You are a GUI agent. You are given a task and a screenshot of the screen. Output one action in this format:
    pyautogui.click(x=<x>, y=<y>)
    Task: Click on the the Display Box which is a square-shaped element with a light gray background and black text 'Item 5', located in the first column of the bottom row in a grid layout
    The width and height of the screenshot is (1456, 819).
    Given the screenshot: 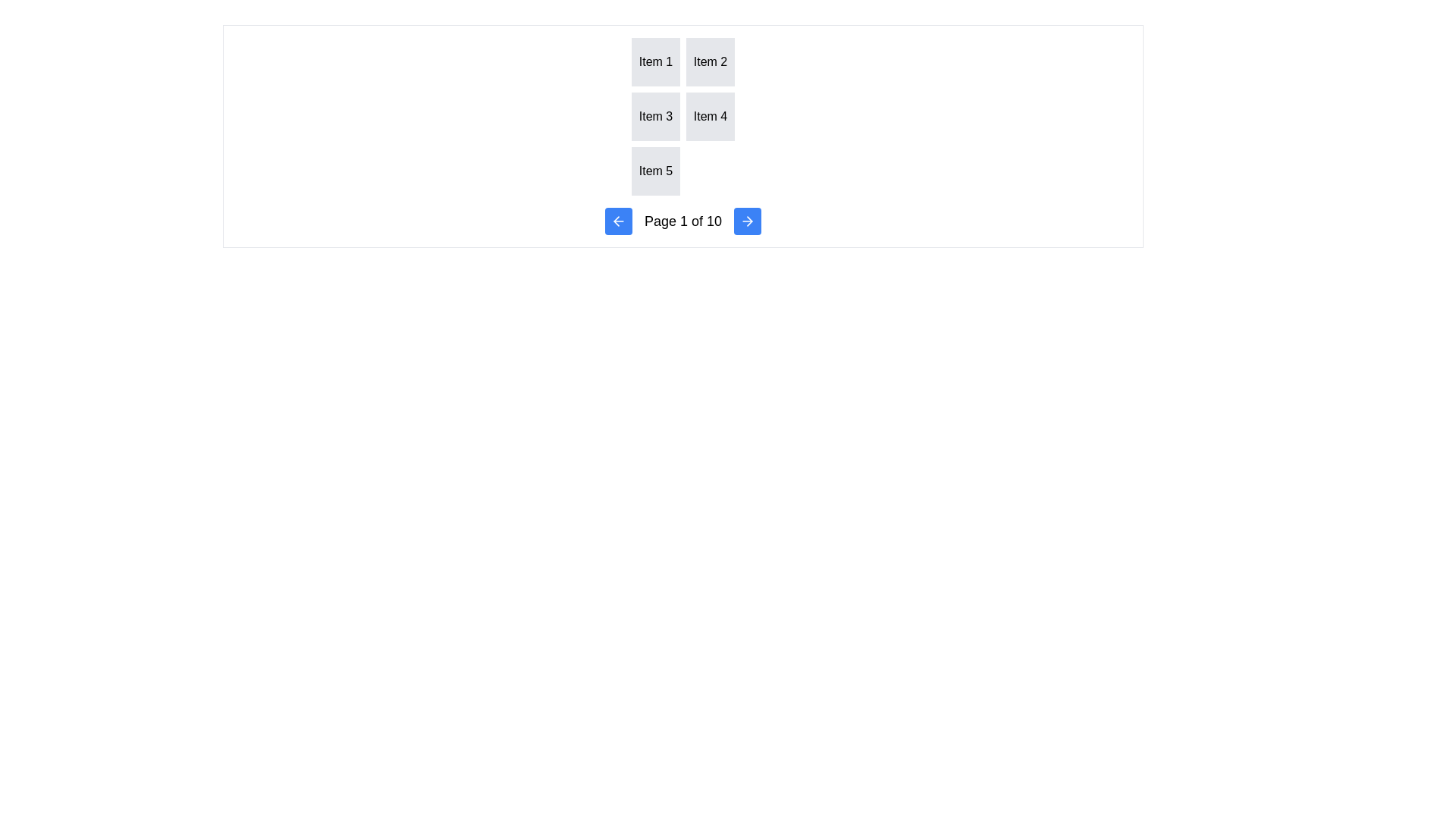 What is the action you would take?
    pyautogui.click(x=655, y=171)
    